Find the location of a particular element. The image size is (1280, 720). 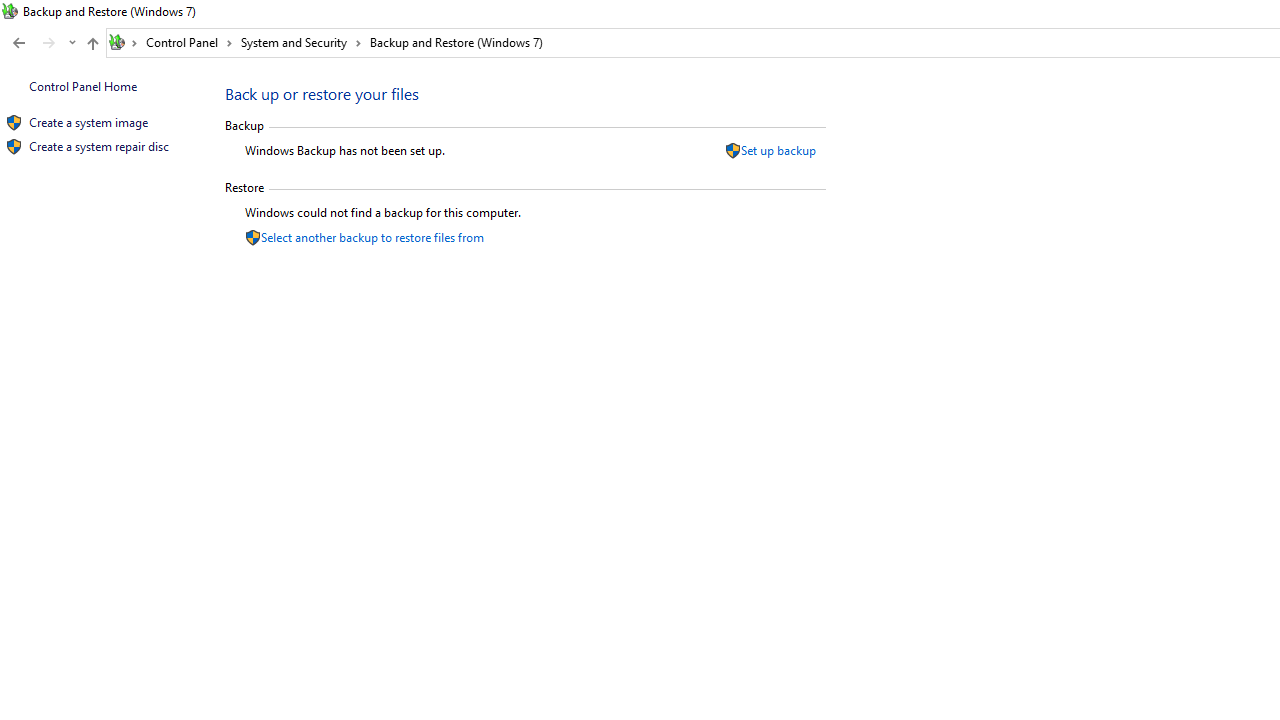

'Up band toolbar' is located at coordinates (91, 45).